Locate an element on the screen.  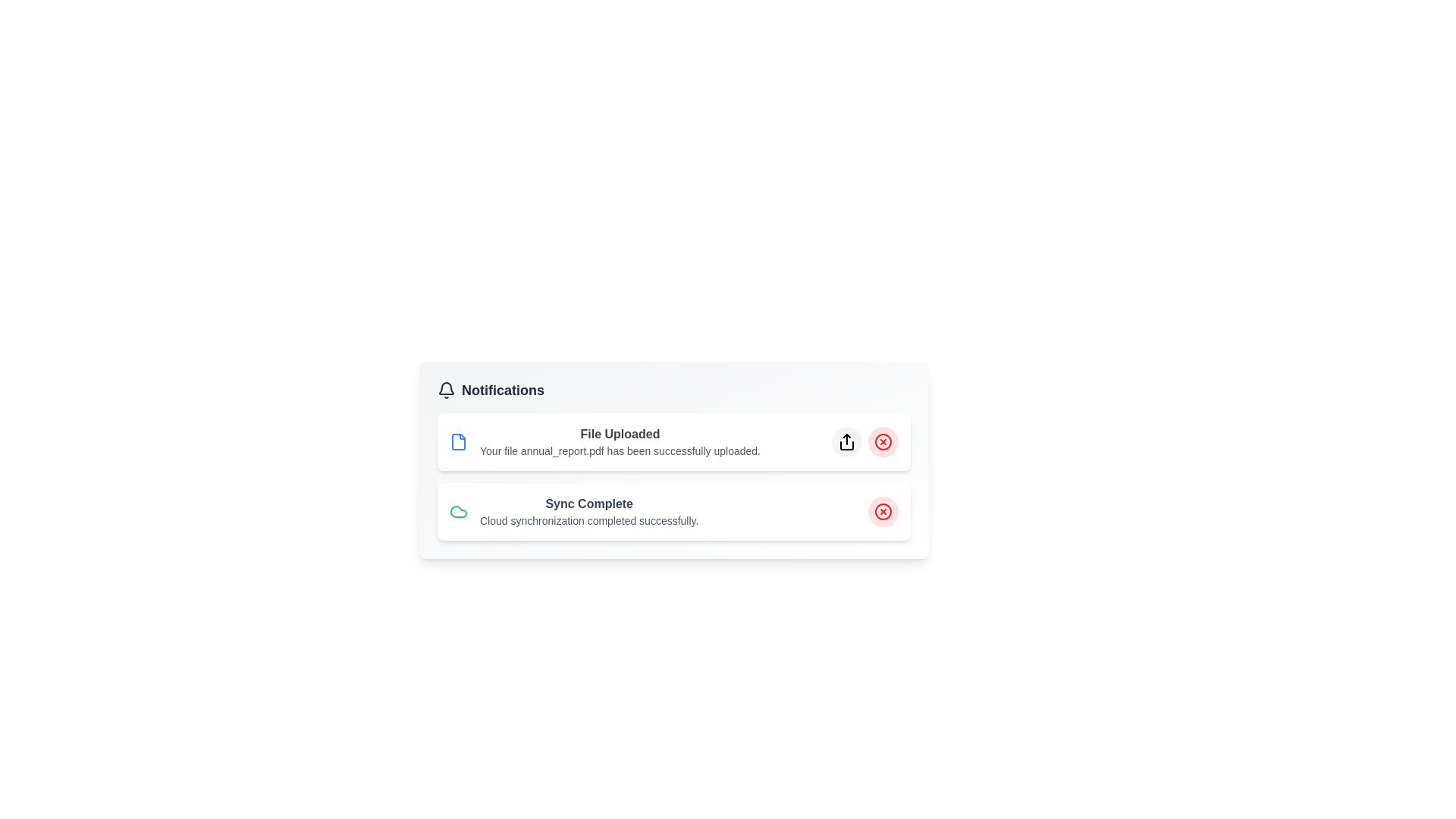
the notification item that states 'Sync Complete' is located at coordinates (588, 512).